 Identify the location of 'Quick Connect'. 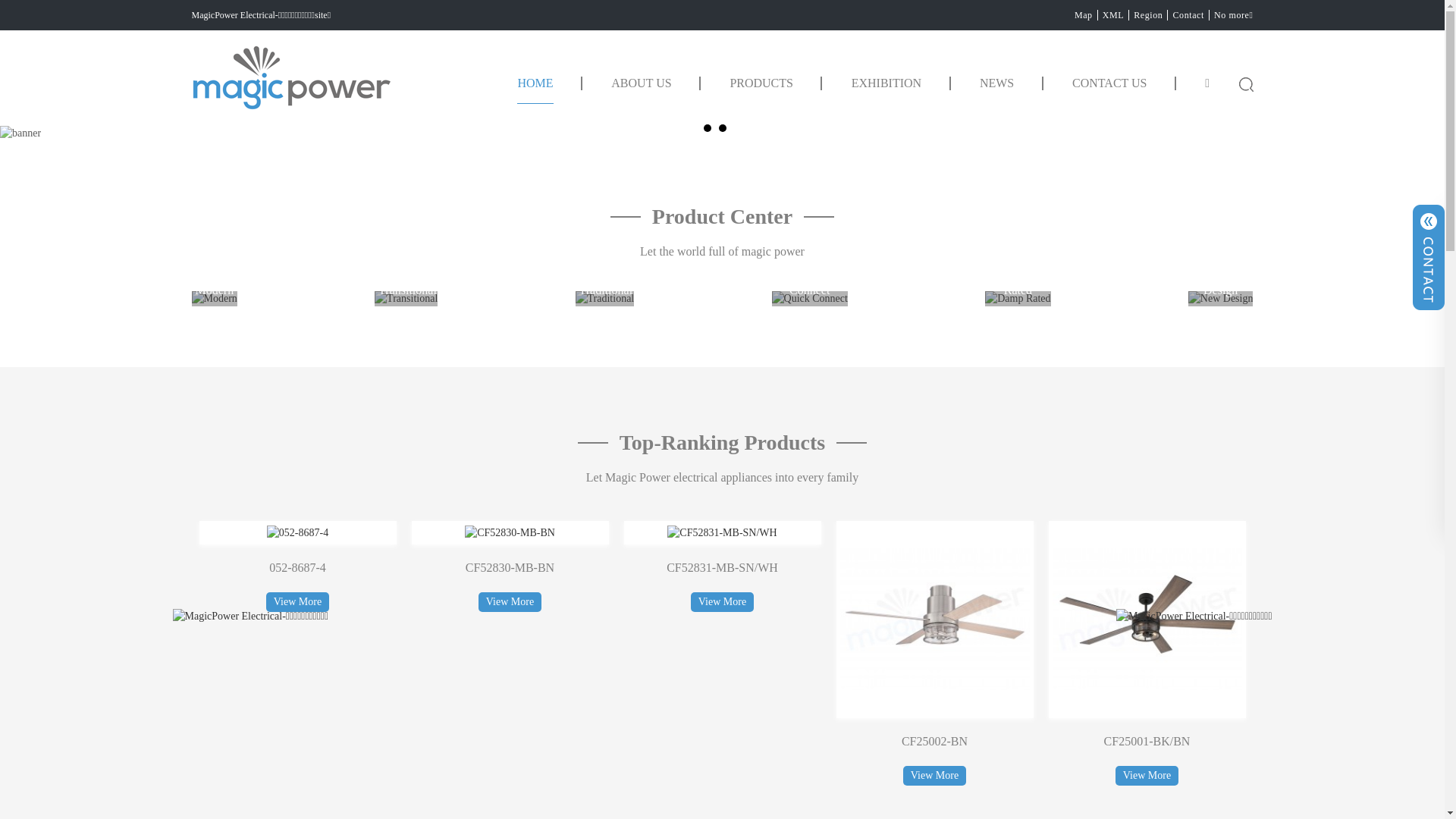
(808, 299).